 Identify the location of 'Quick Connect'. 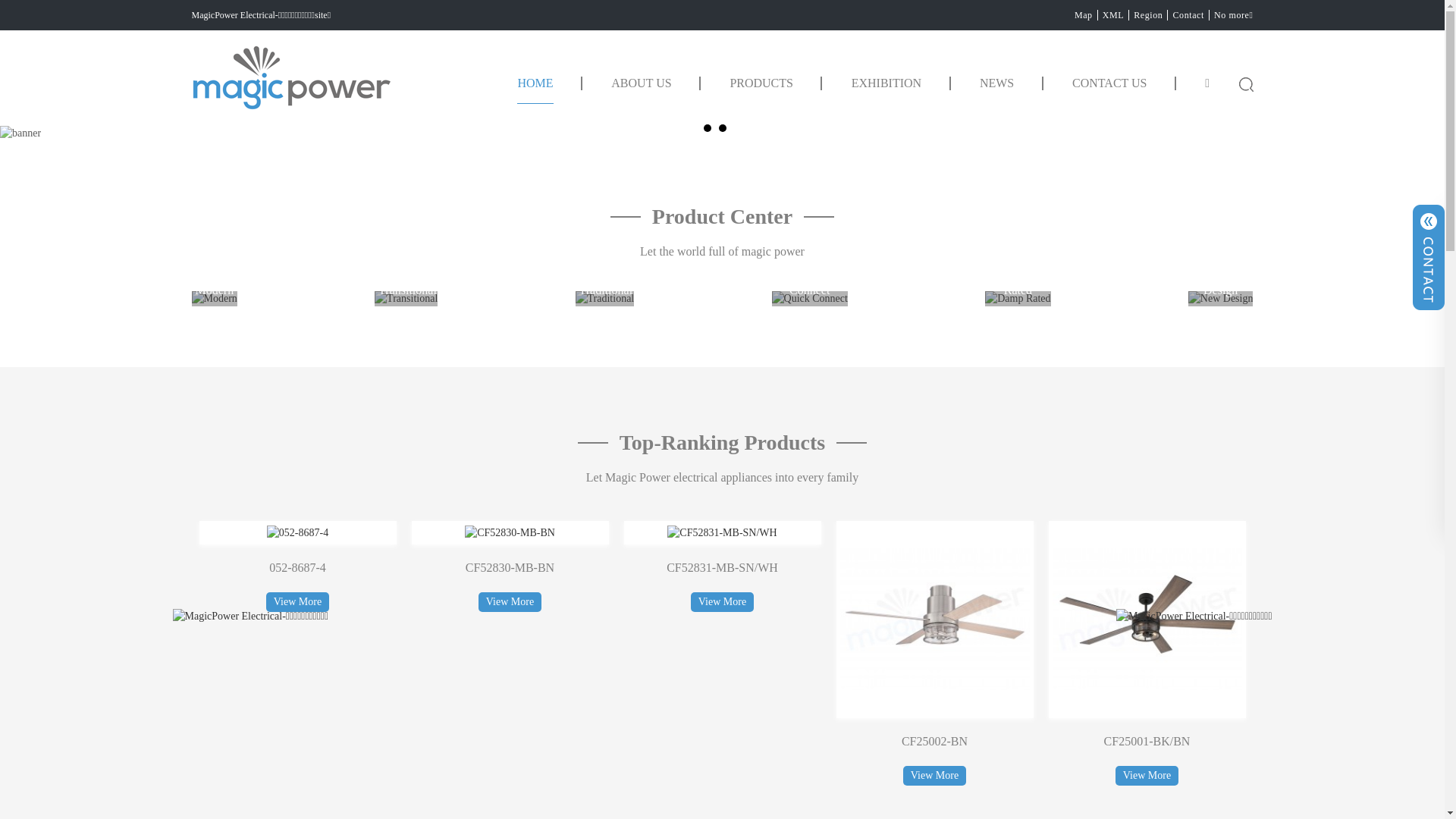
(808, 299).